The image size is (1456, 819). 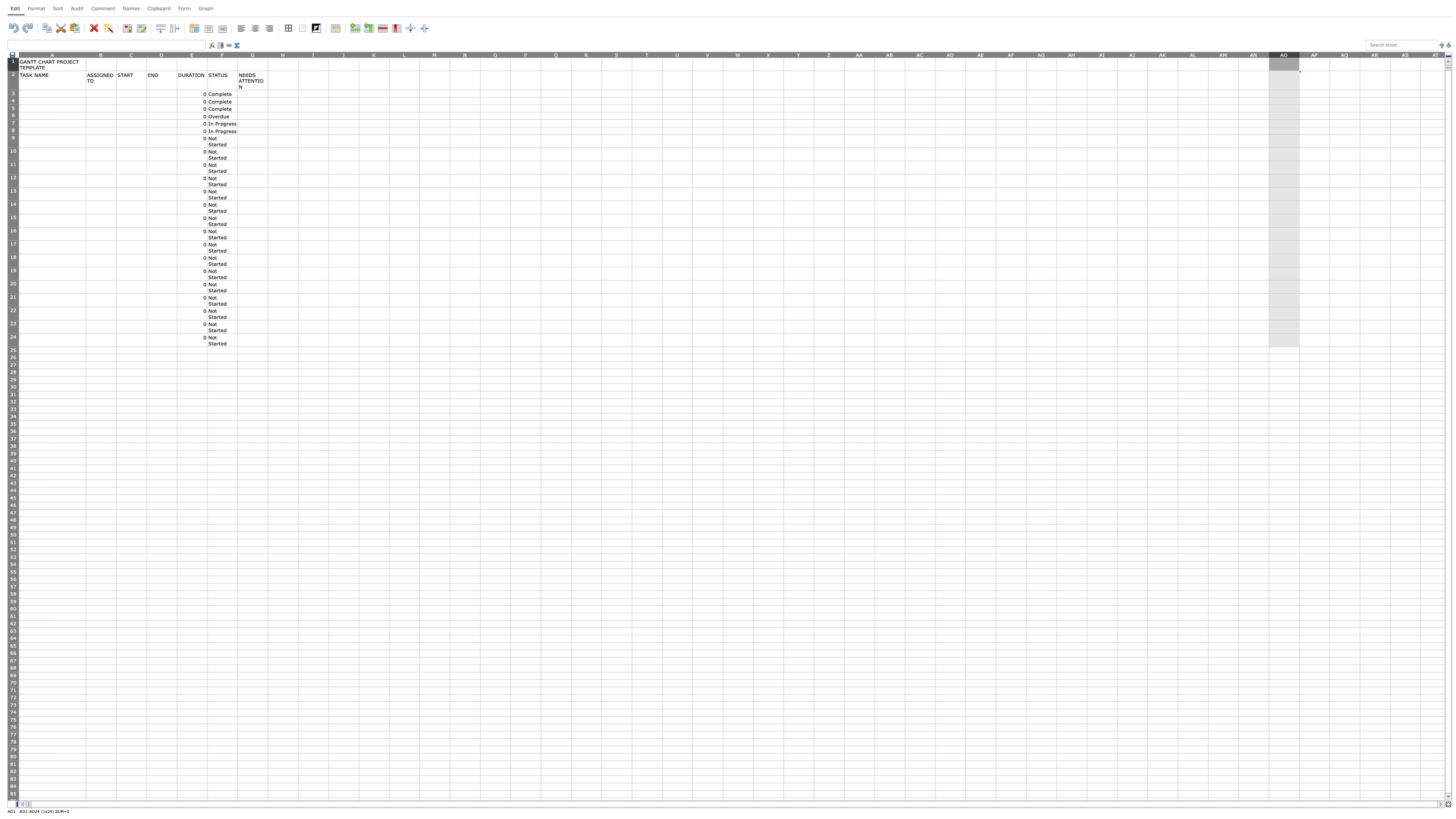 I want to click on the right edge of column AP, for next step resizing the column, so click(x=1329, y=54).